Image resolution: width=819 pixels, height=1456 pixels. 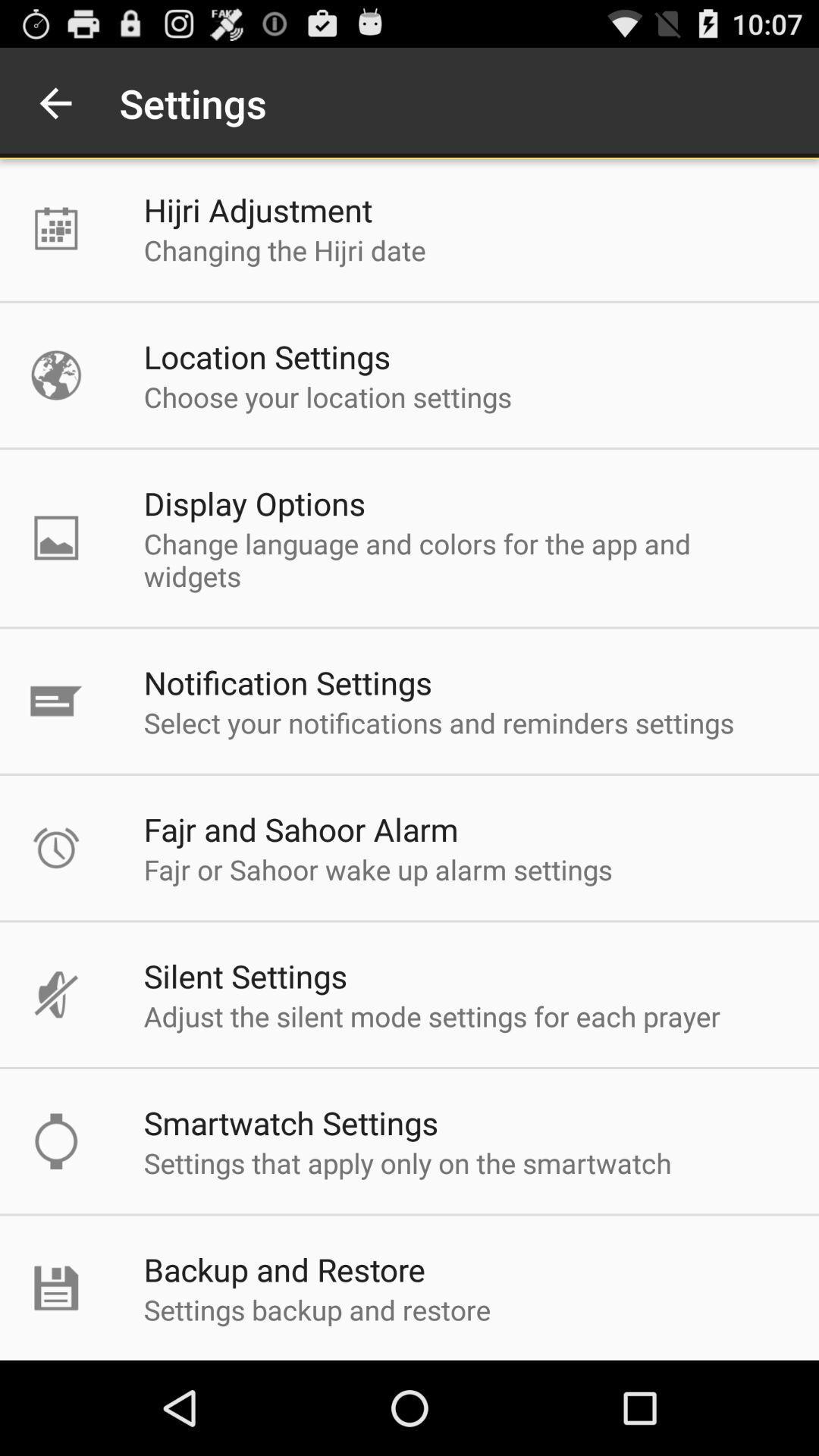 I want to click on changing the hijri icon, so click(x=284, y=250).